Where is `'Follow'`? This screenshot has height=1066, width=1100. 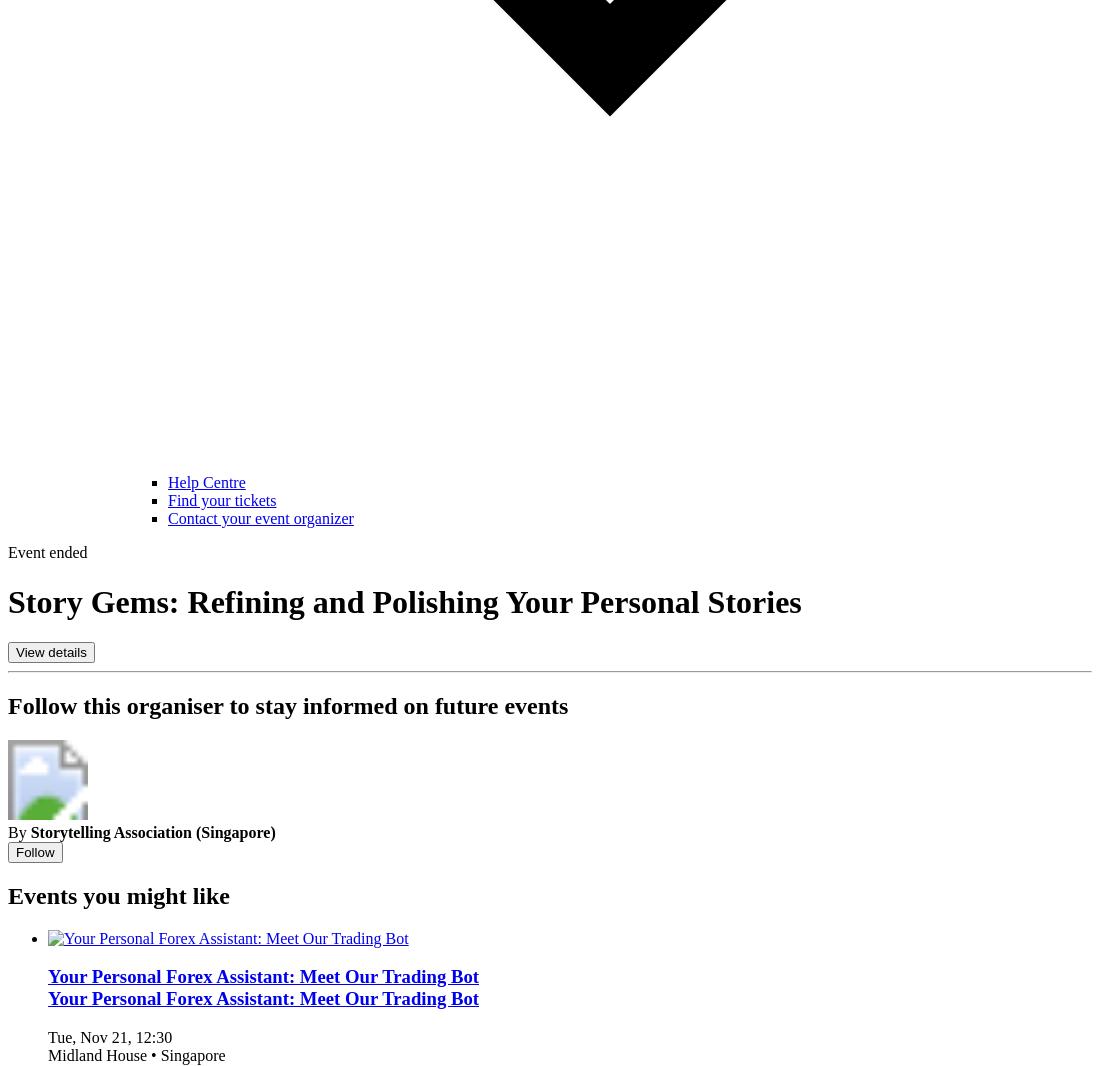 'Follow' is located at coordinates (33, 851).